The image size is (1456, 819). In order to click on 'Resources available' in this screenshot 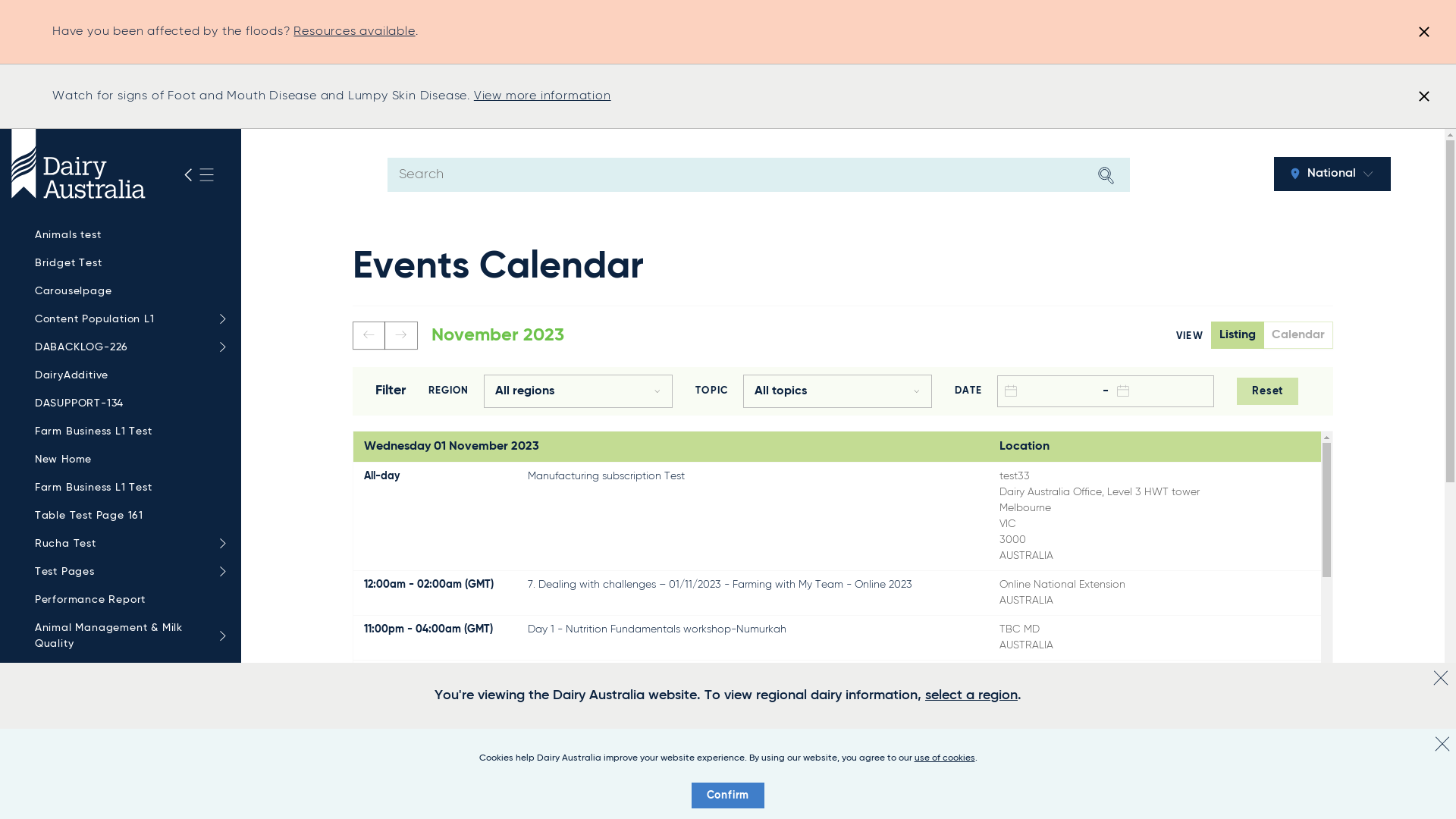, I will do `click(353, 32)`.